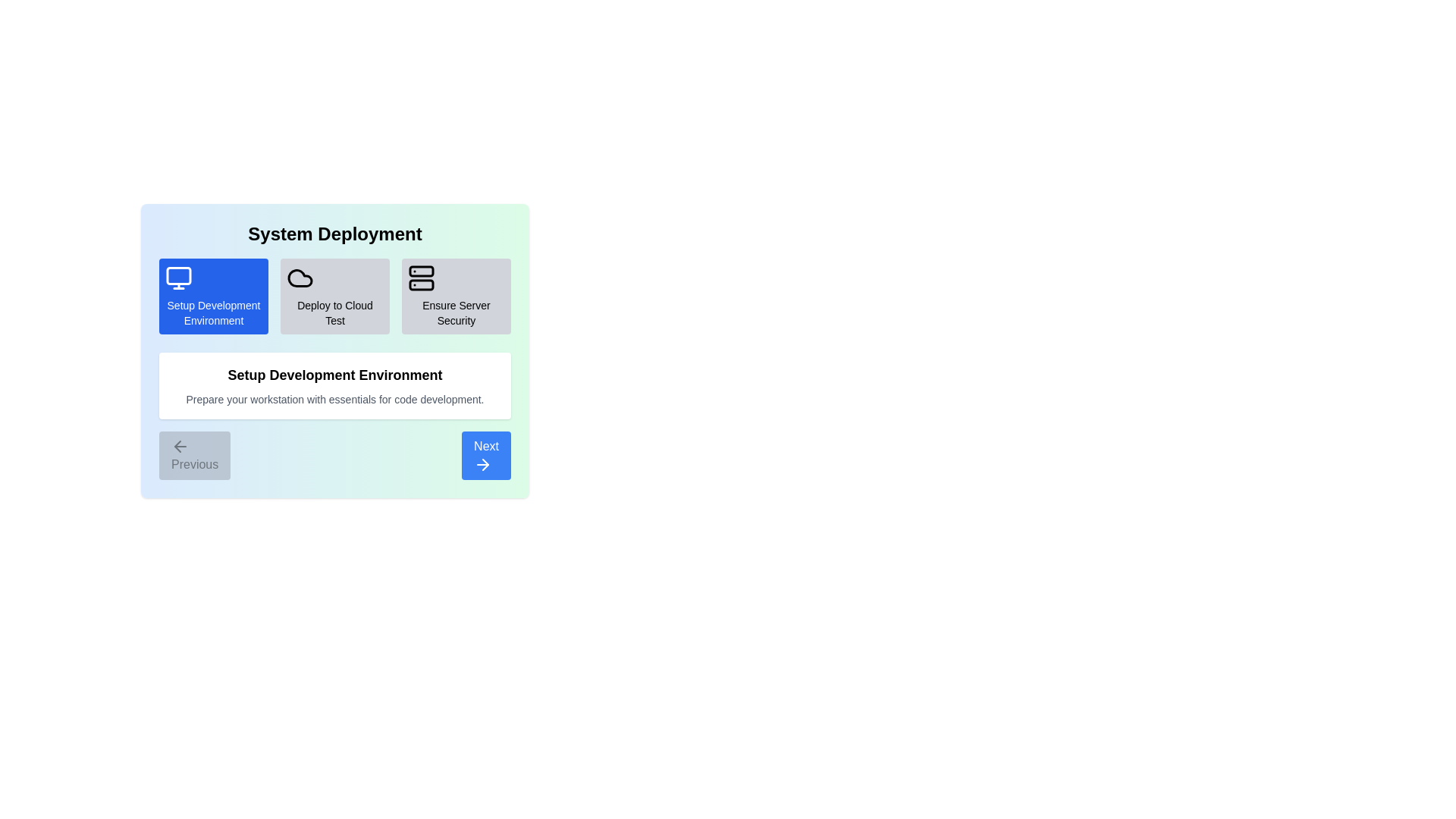 This screenshot has height=819, width=1456. What do you see at coordinates (334, 296) in the screenshot?
I see `the step Deploy to Cloud Test by clicking on its icon or title` at bounding box center [334, 296].